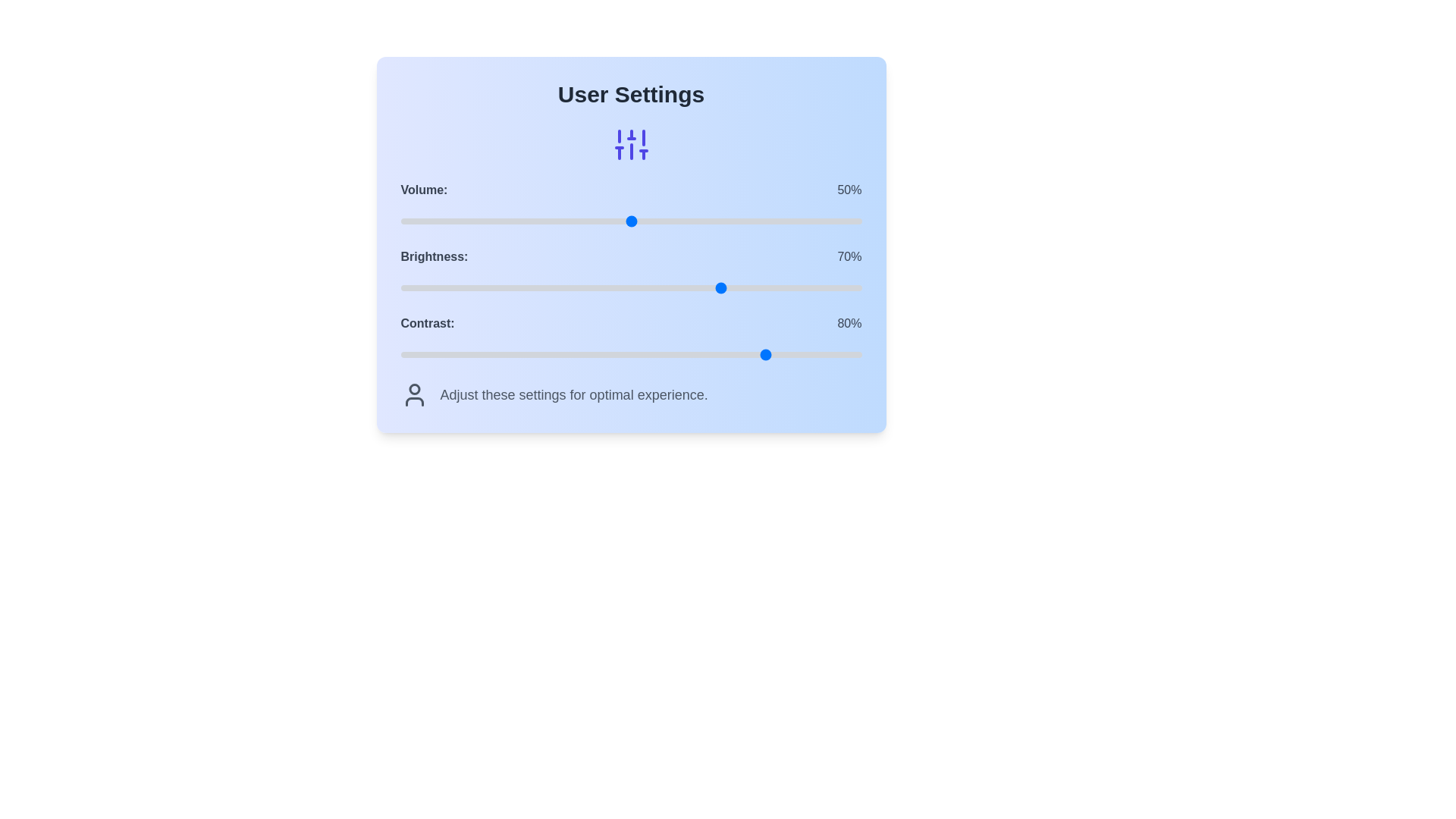 The image size is (1456, 819). Describe the element at coordinates (557, 354) in the screenshot. I see `contrast` at that location.